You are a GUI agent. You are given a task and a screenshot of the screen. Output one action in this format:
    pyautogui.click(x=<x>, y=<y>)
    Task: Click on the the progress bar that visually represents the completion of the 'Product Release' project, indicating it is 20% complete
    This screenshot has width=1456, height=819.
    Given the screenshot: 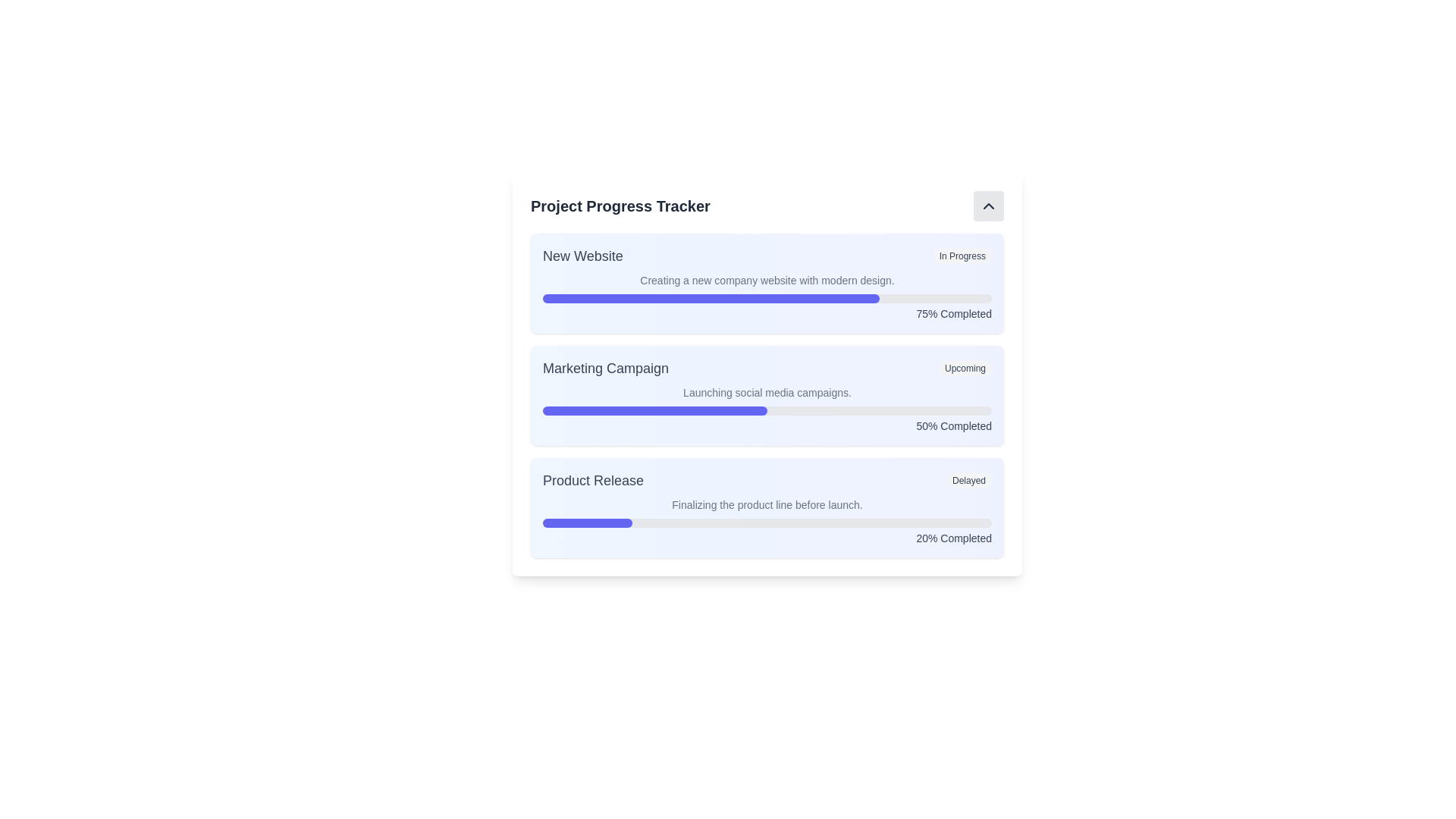 What is the action you would take?
    pyautogui.click(x=767, y=522)
    